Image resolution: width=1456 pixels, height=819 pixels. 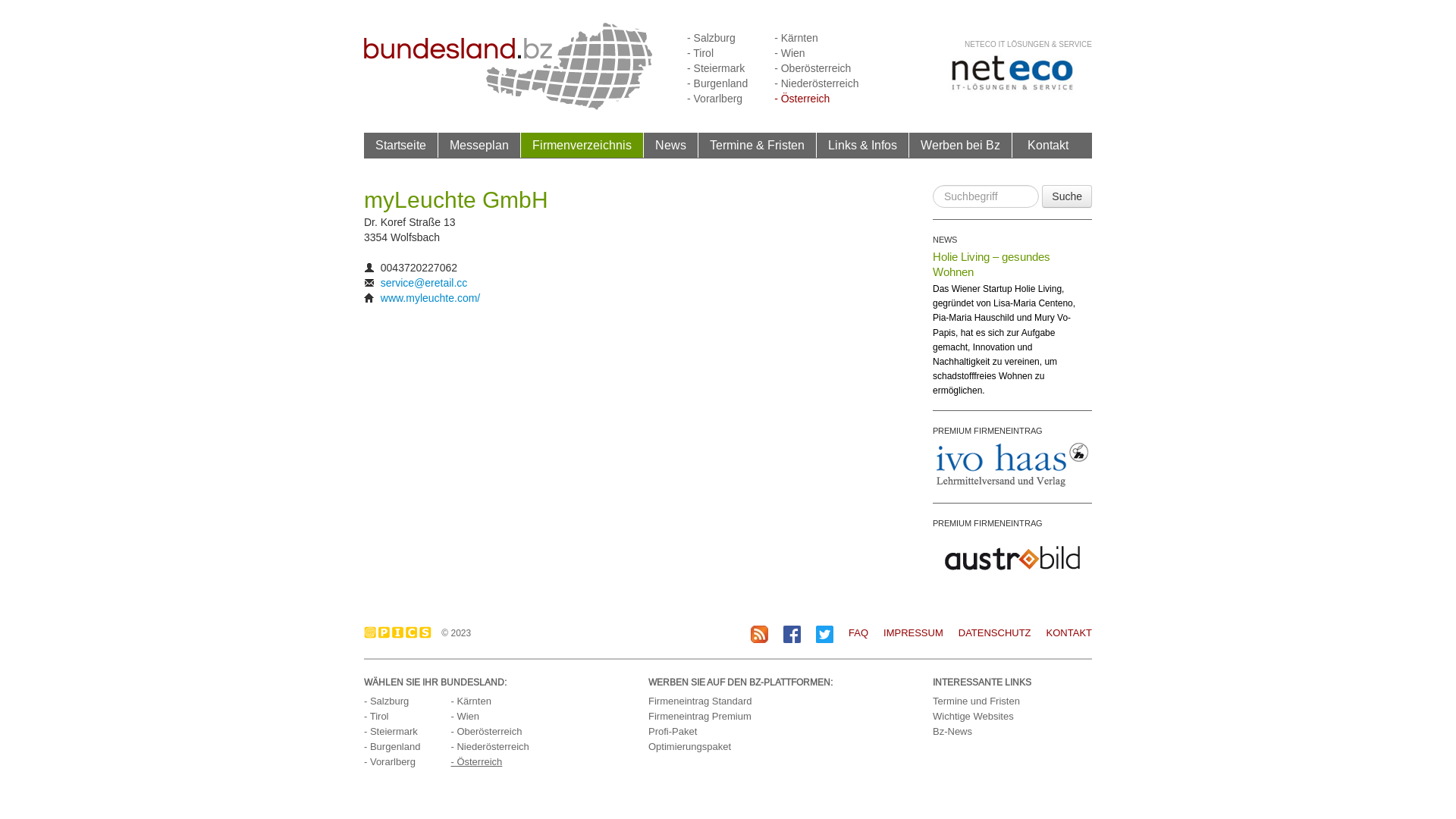 I want to click on '- Salzburg', so click(x=710, y=37).